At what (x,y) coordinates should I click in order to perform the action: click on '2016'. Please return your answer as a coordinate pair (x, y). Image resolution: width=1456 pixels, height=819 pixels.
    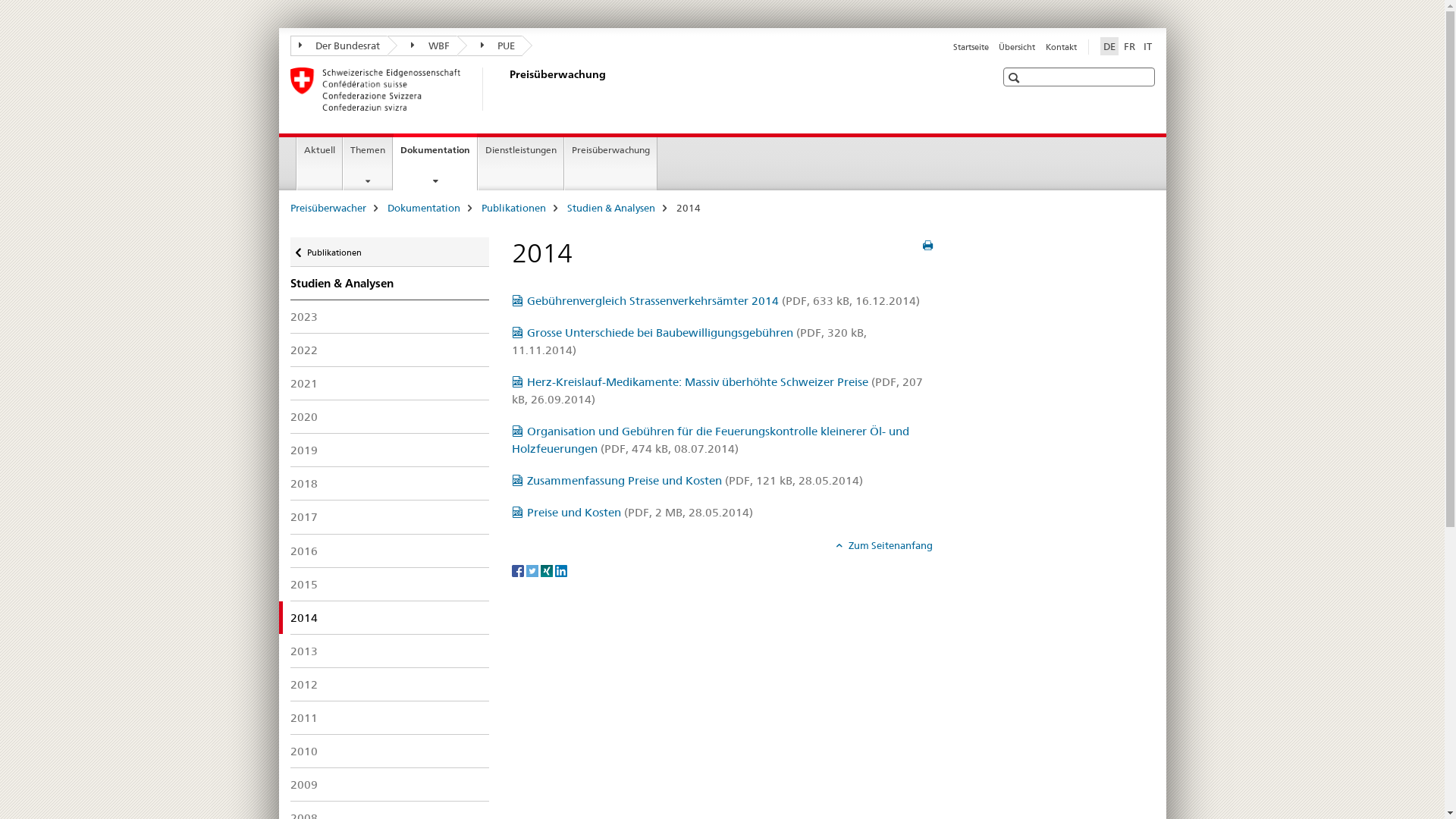
    Looking at the image, I should click on (389, 551).